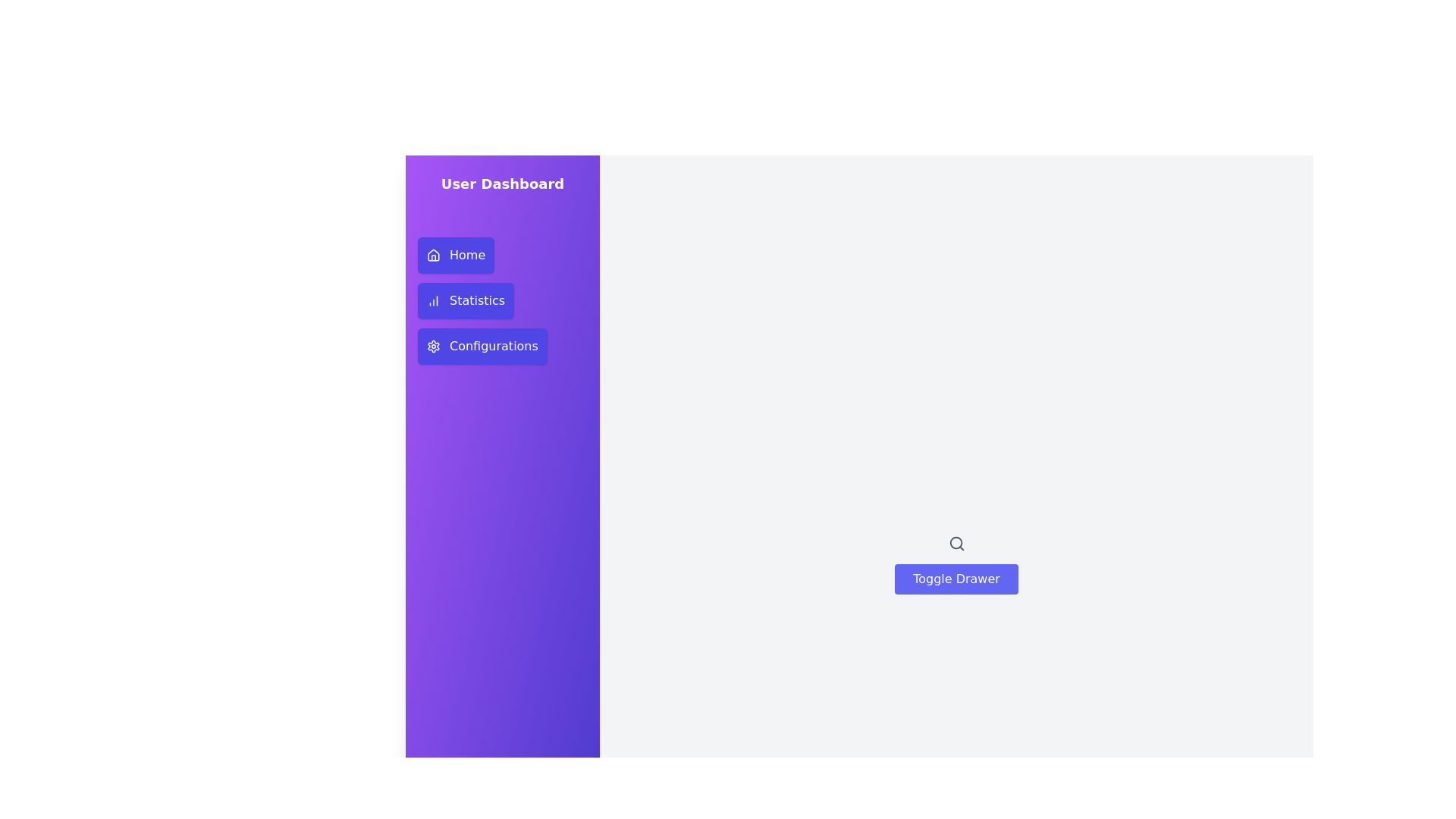 The image size is (1456, 819). What do you see at coordinates (955, 579) in the screenshot?
I see `the 'Toggle Drawer' button to toggle the visibility of the drawer` at bounding box center [955, 579].